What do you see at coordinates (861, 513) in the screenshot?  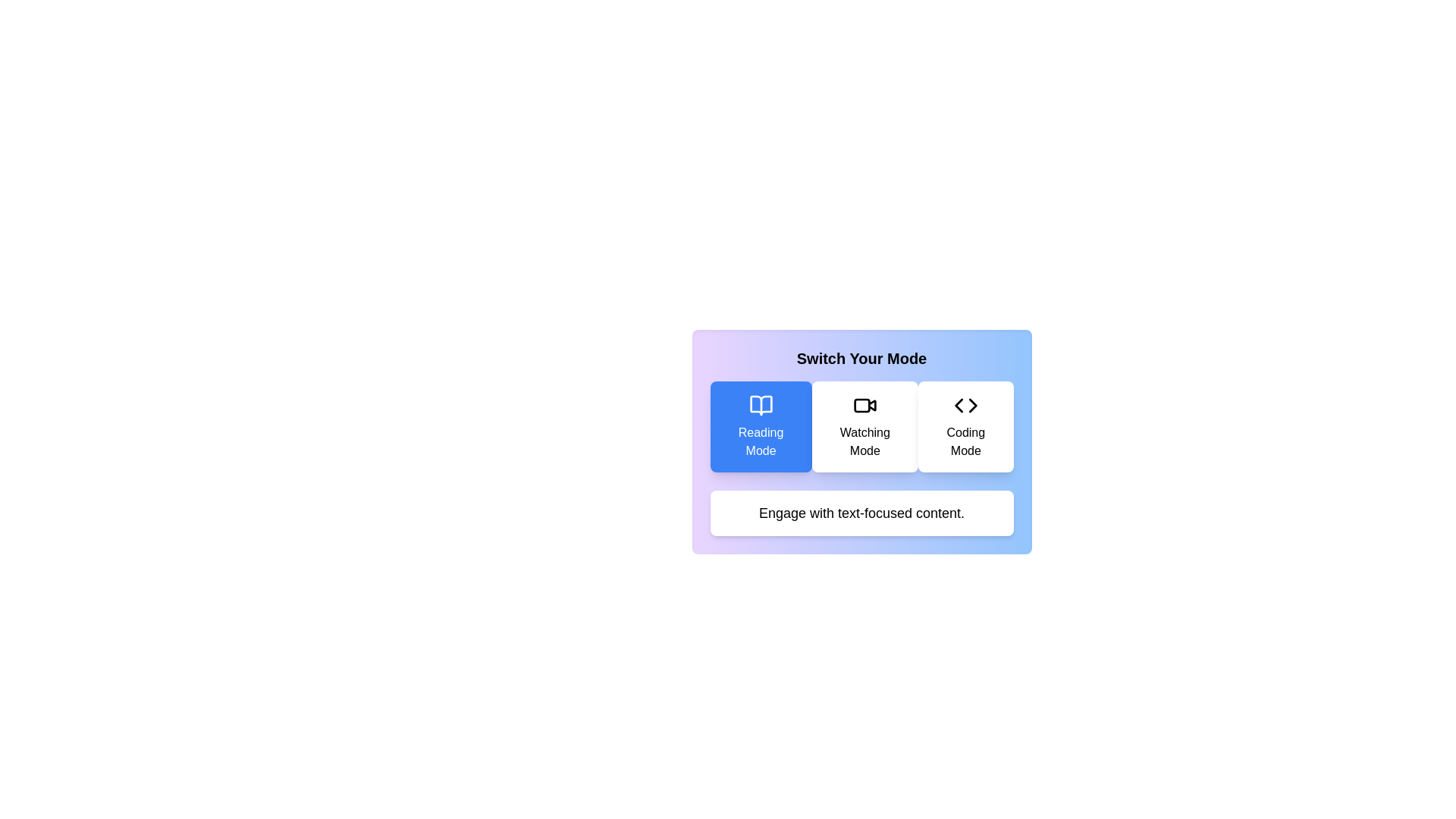 I see `the descriptive text displayed below the mode buttons` at bounding box center [861, 513].